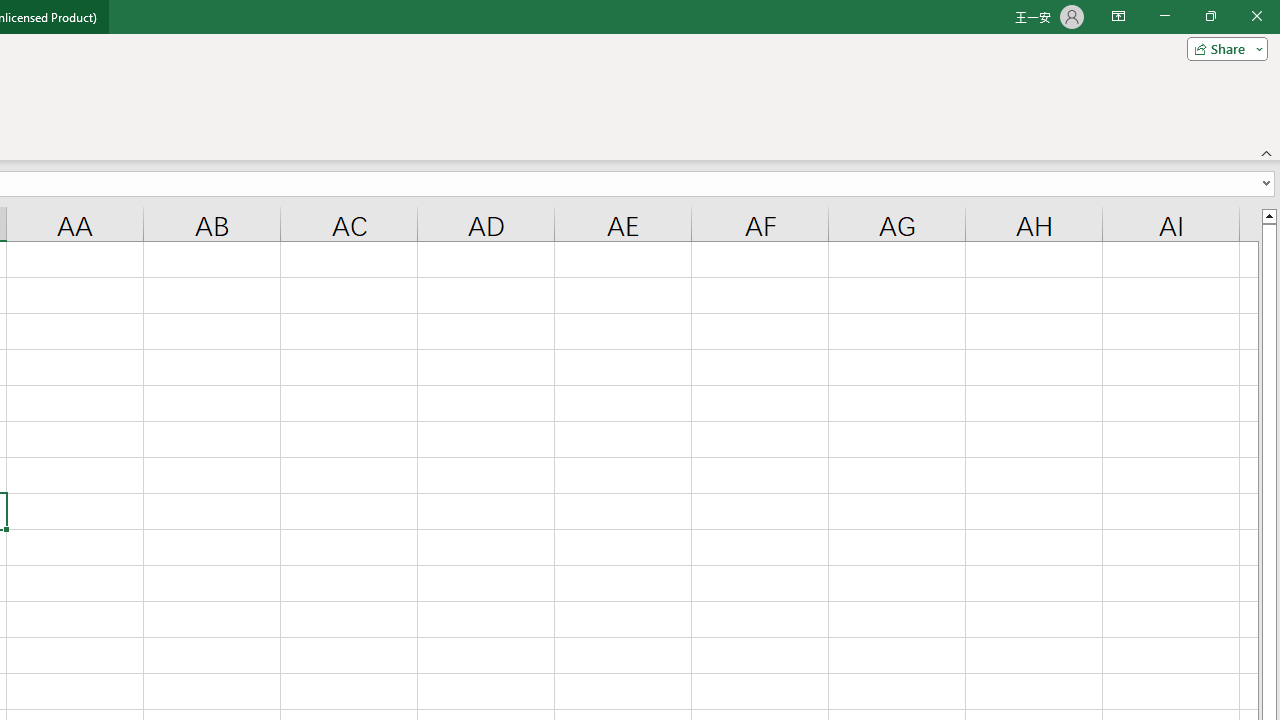 Image resolution: width=1280 pixels, height=720 pixels. I want to click on 'Line up', so click(1268, 215).